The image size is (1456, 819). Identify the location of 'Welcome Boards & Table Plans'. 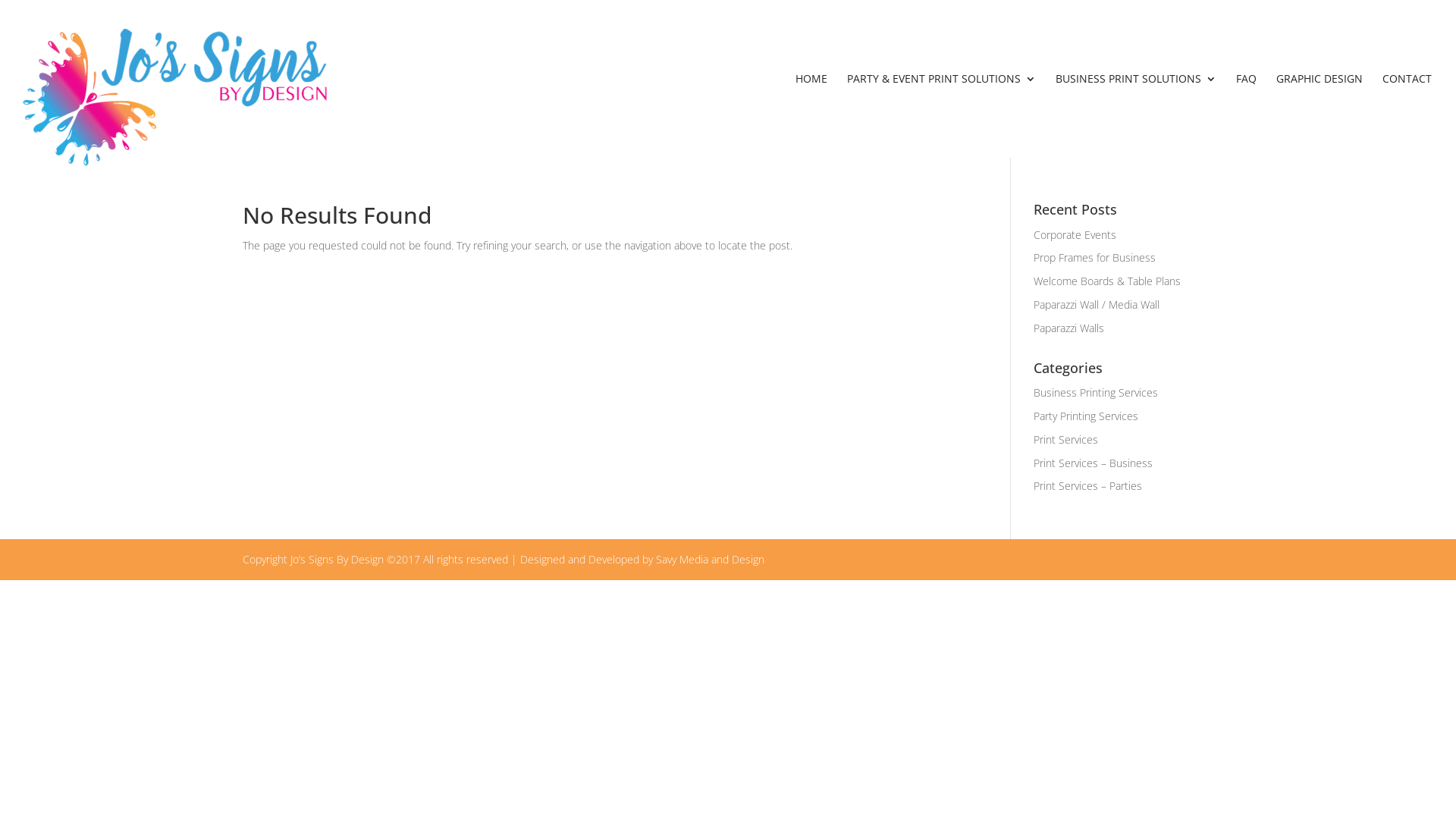
(1106, 281).